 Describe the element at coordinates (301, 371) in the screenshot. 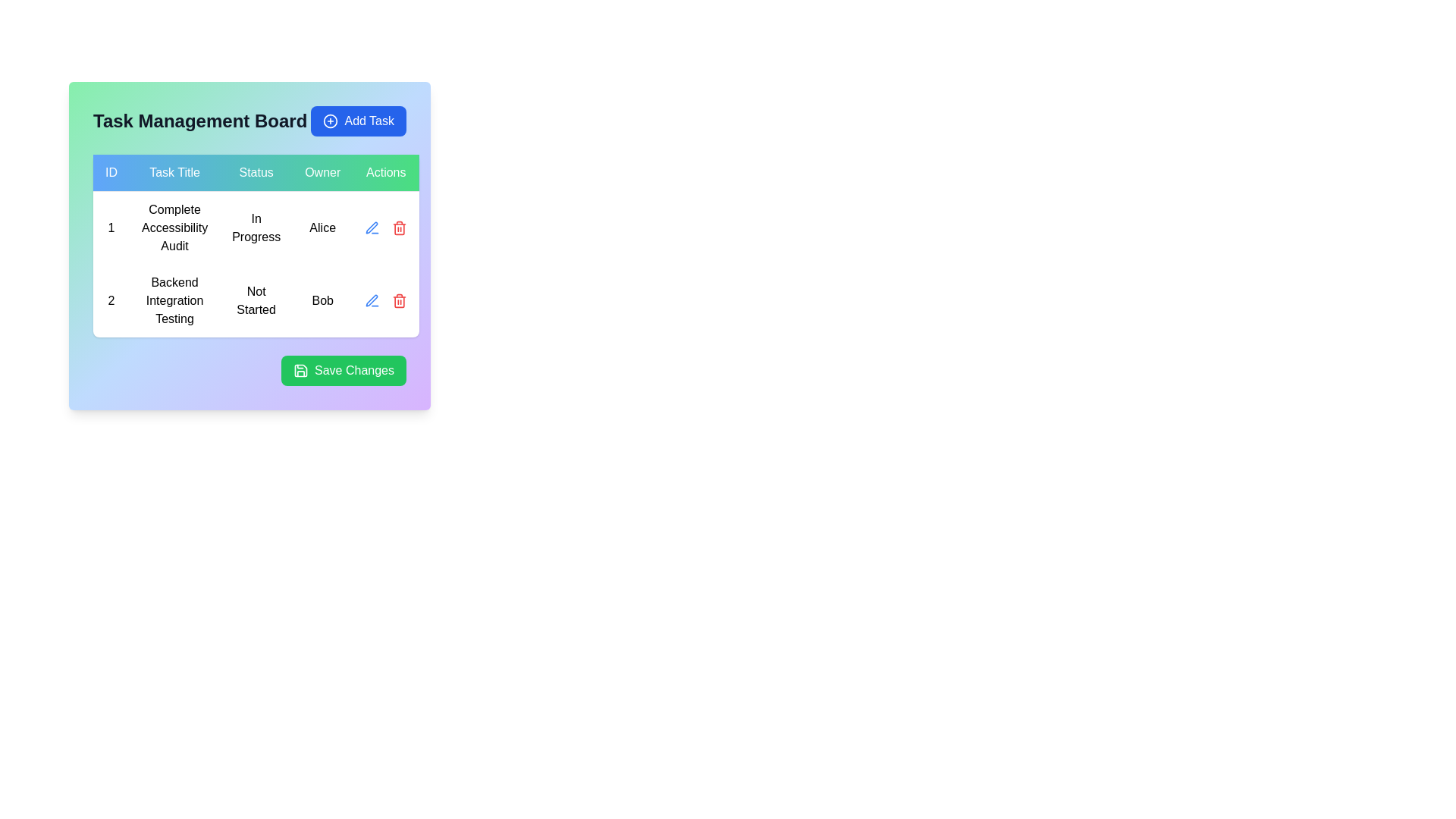

I see `the 'Save Changes' button which features a save icon as its first visible component` at that location.